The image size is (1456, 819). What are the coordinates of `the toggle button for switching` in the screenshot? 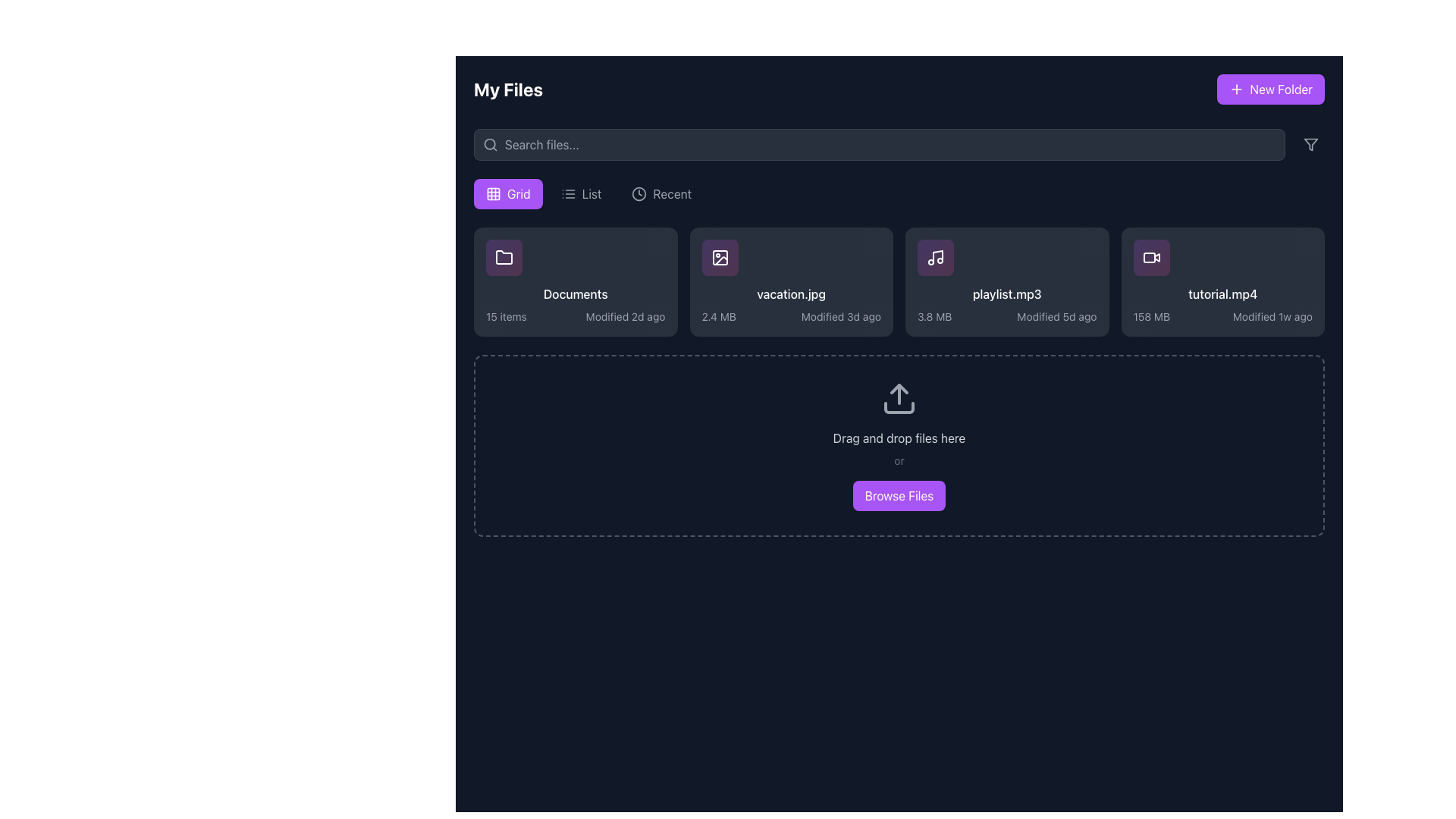 It's located at (580, 193).